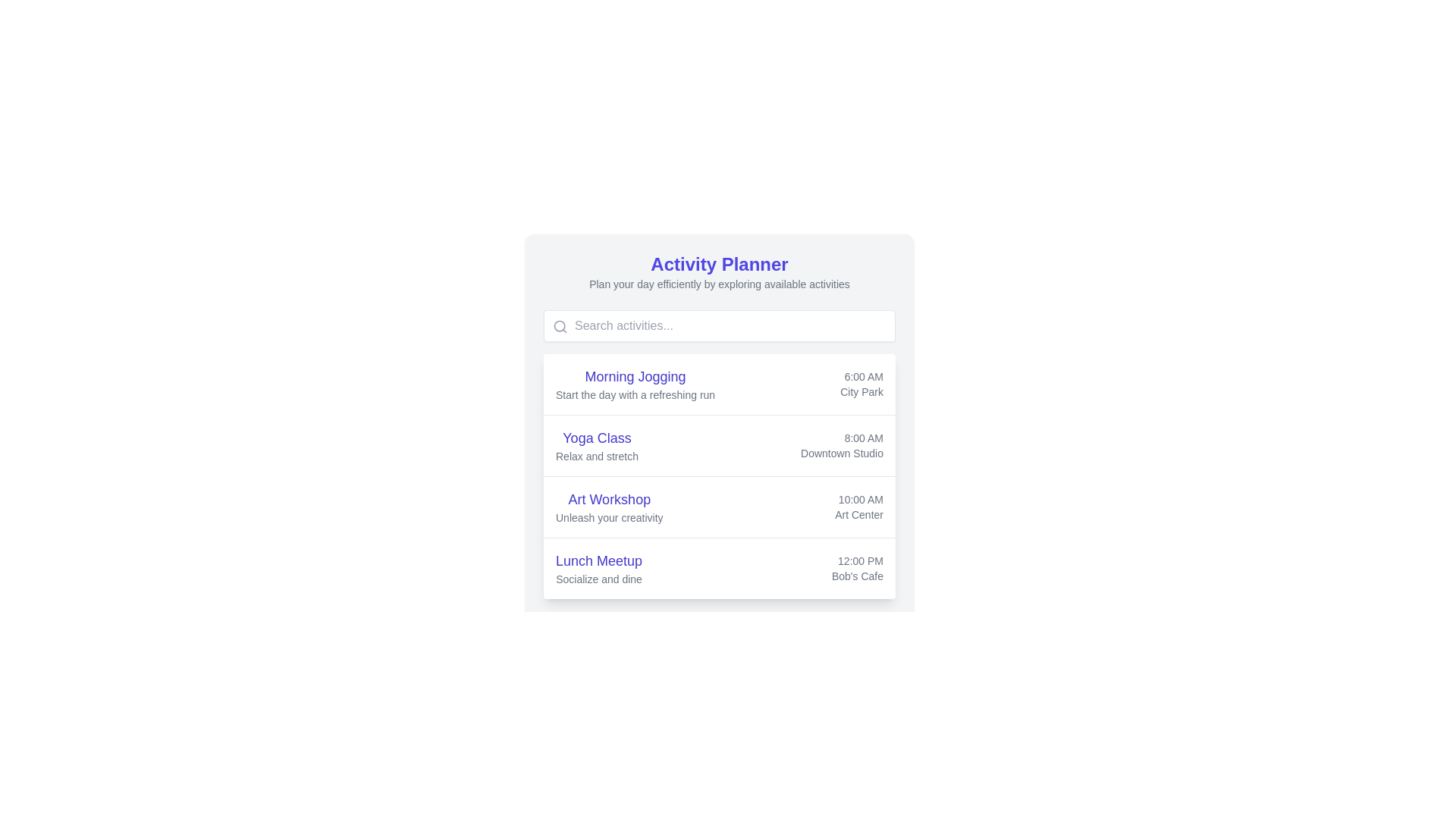 The width and height of the screenshot is (1456, 819). Describe the element at coordinates (719, 383) in the screenshot. I see `the first list item displaying information about a specific activity, including its title, brief description, scheduled time, and location` at that location.